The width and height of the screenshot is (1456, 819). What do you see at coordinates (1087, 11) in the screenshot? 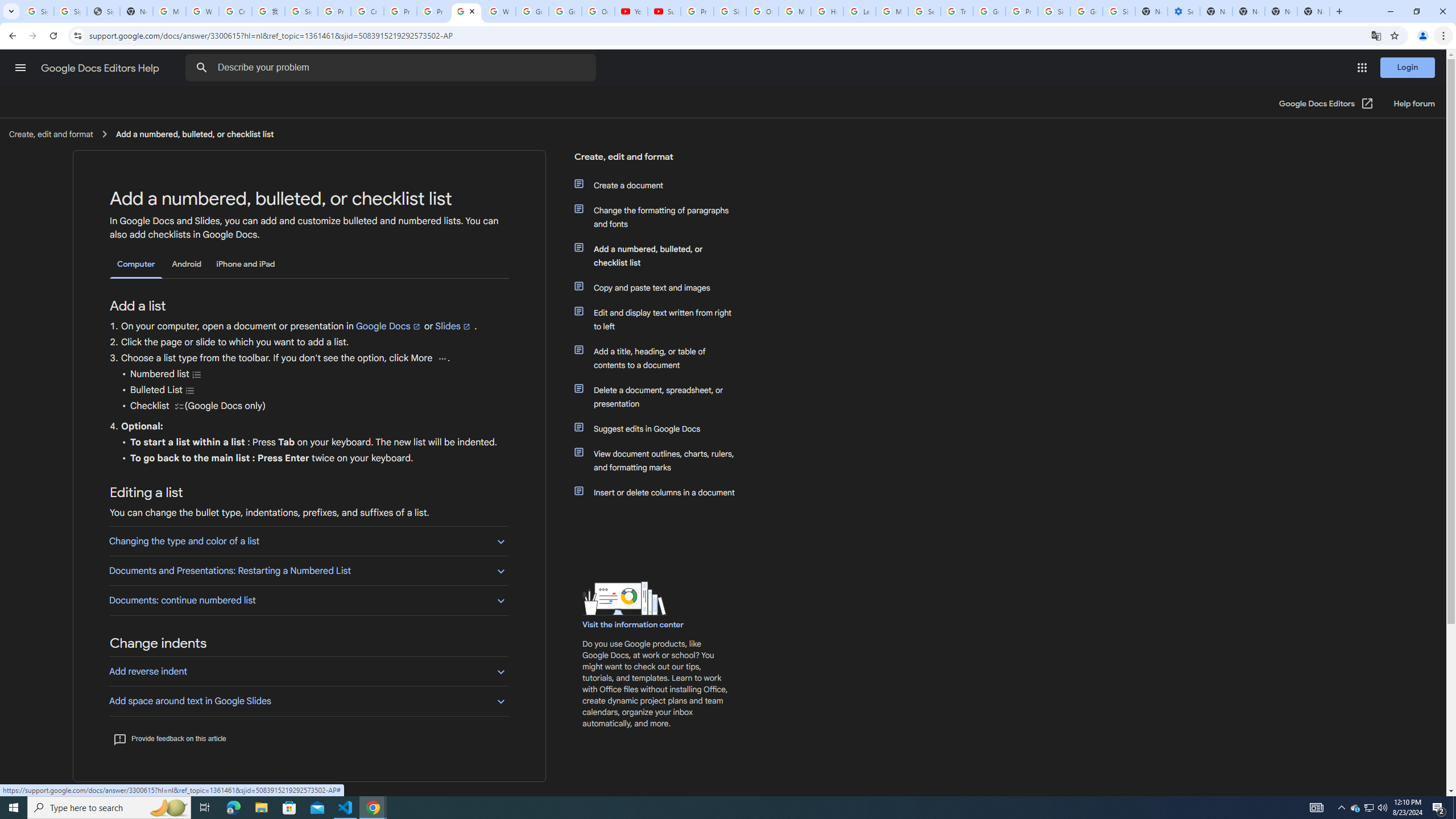
I see `'Google Cybersecurity Innovations - Google Safety Center'` at bounding box center [1087, 11].